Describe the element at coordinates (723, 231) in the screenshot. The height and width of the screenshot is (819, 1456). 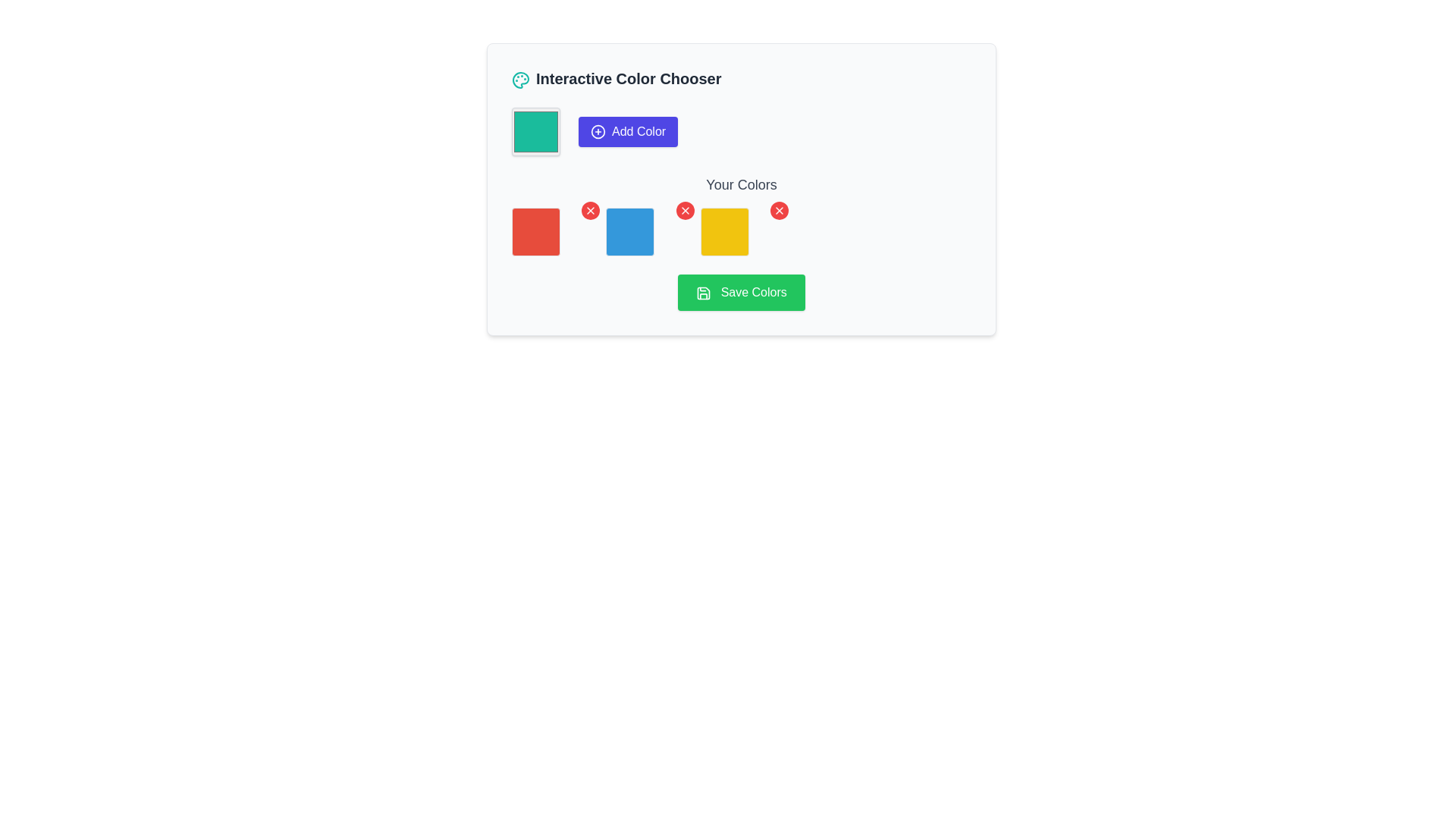
I see `the color display box with a vibrant yellow background, which is the third square in the 'Your Colors' section, located above the 'Save Colors' button` at that location.